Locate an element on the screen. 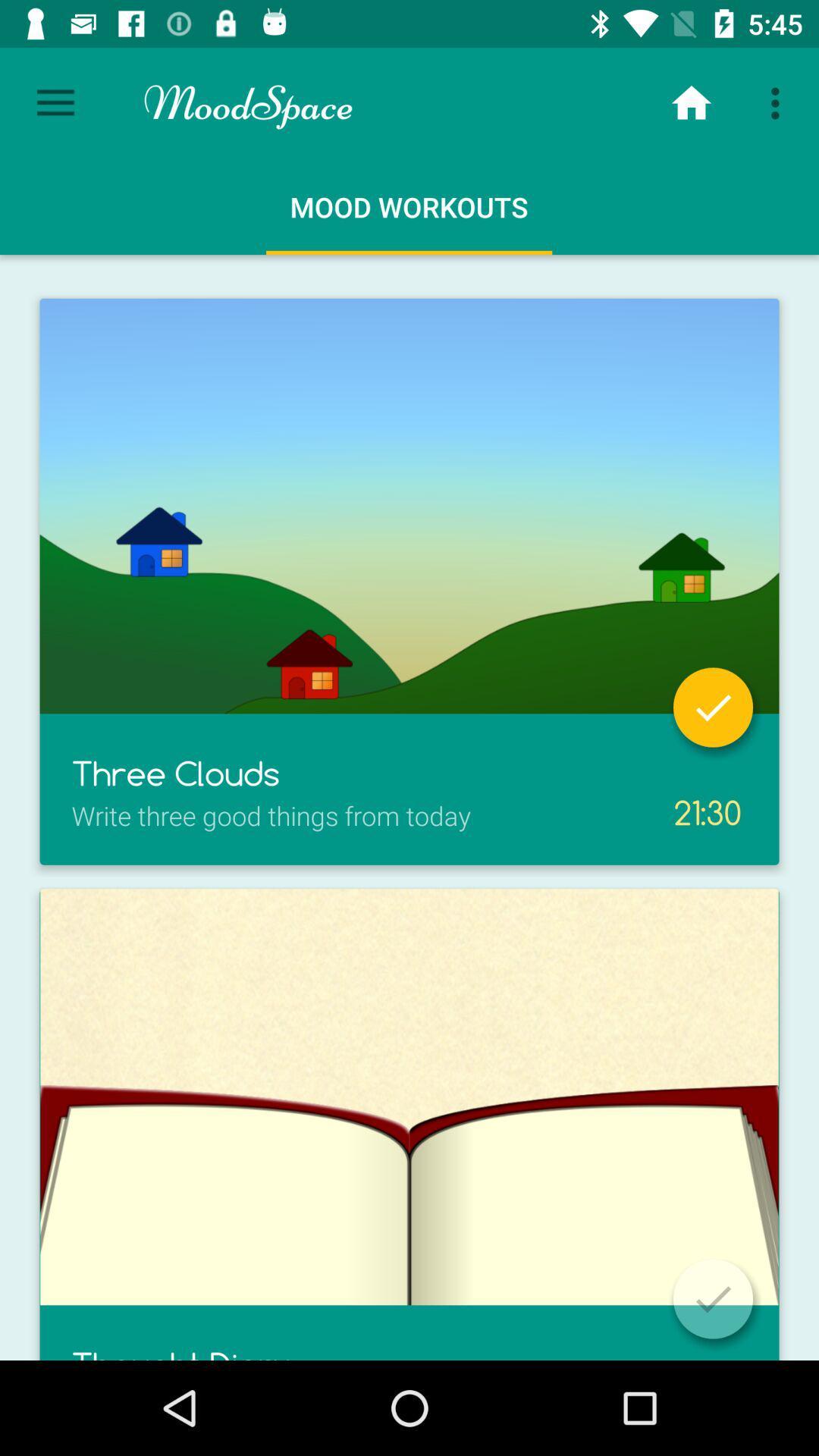 The width and height of the screenshot is (819, 1456). confirm selection is located at coordinates (713, 1298).